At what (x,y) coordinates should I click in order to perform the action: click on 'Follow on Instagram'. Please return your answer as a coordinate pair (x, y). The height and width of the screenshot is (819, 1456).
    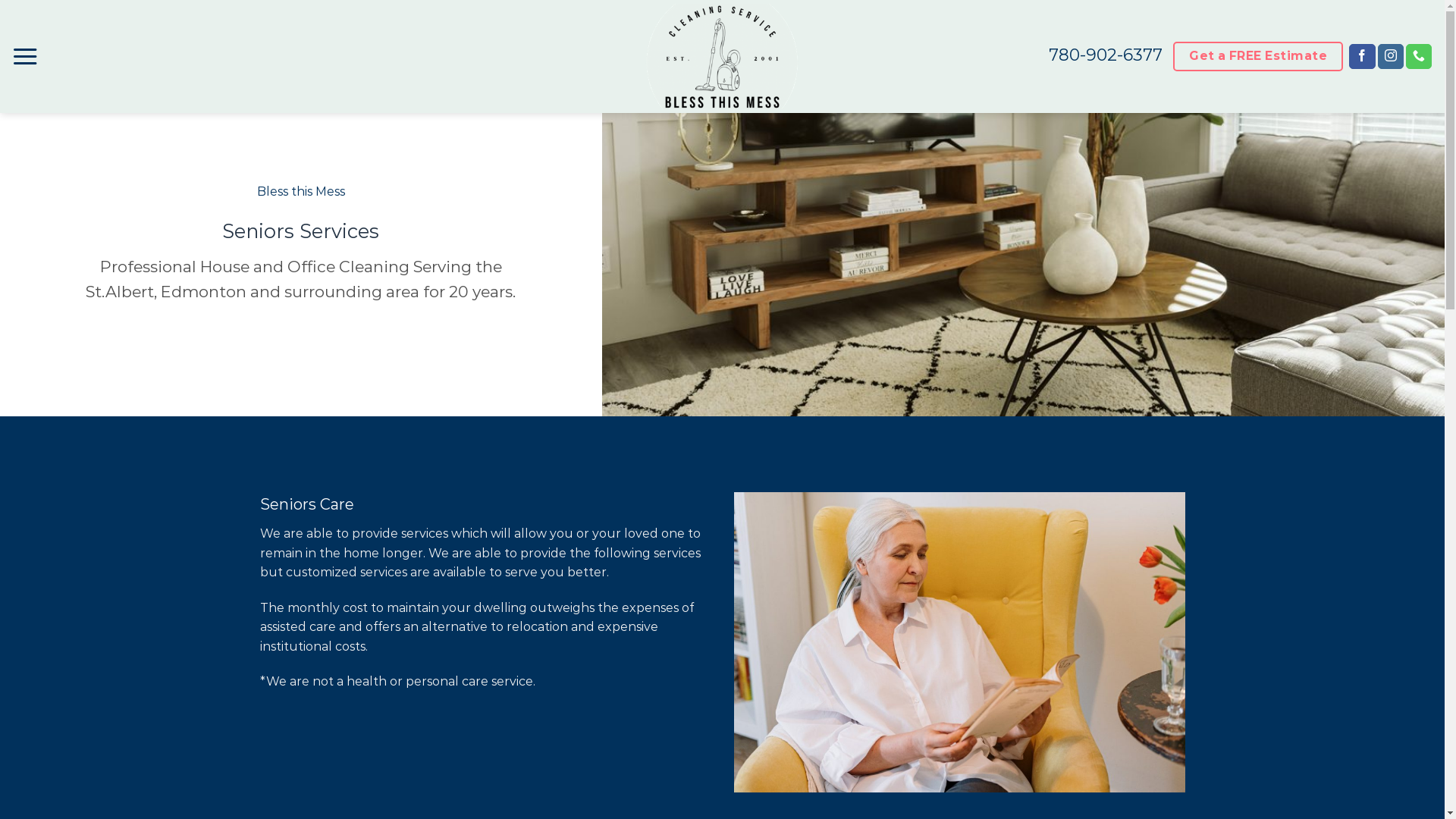
    Looking at the image, I should click on (1390, 55).